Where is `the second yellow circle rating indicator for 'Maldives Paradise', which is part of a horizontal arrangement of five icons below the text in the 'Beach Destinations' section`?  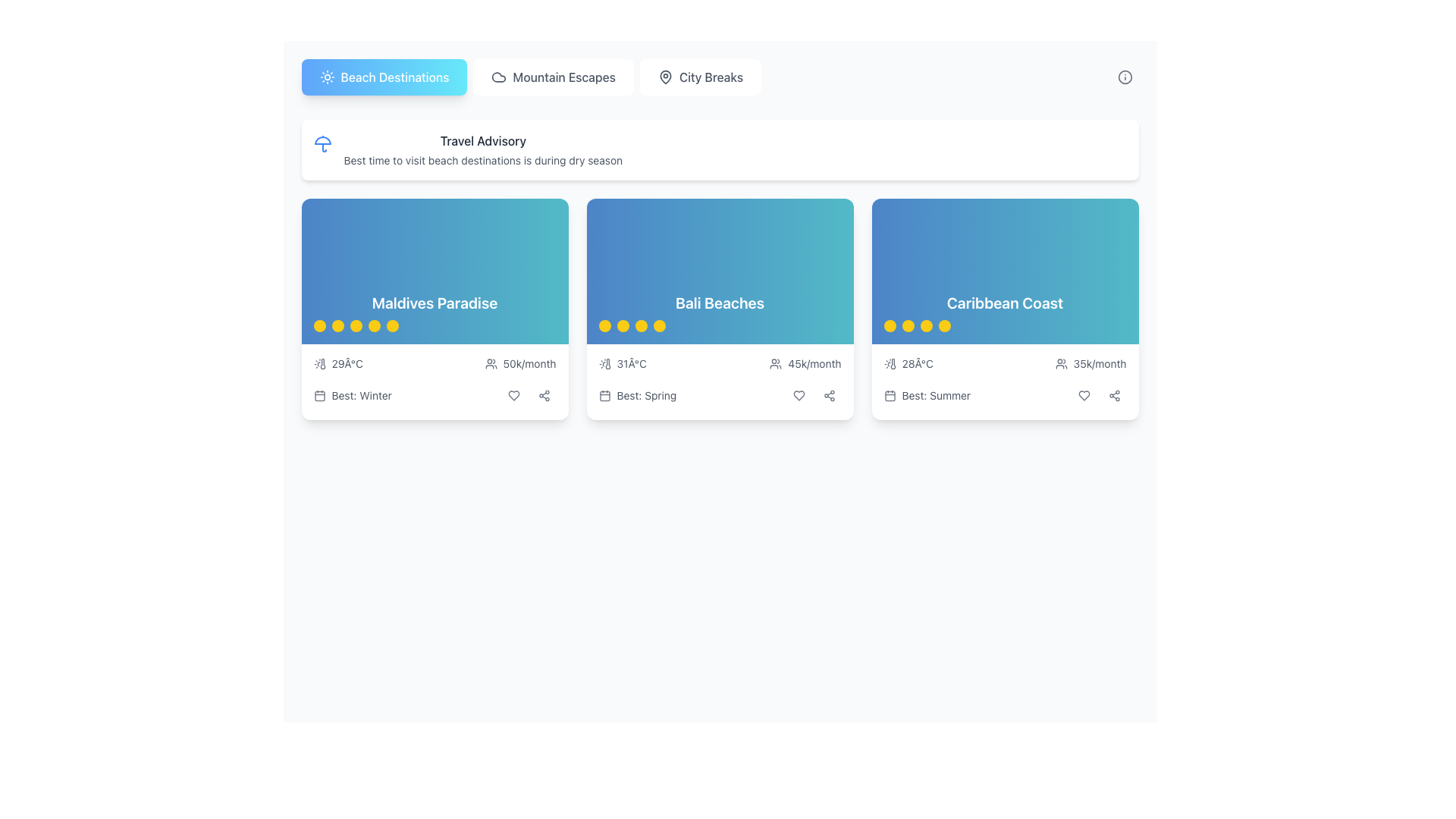
the second yellow circle rating indicator for 'Maldives Paradise', which is part of a horizontal arrangement of five icons below the text in the 'Beach Destinations' section is located at coordinates (337, 325).